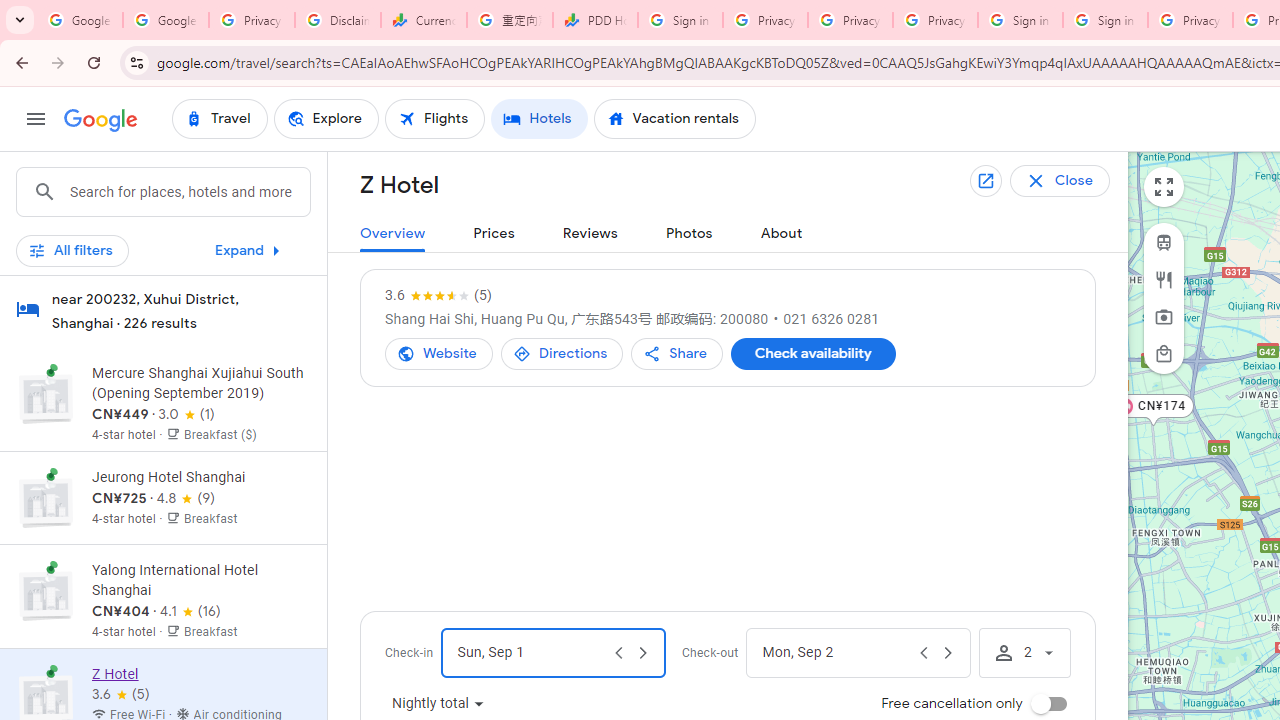  What do you see at coordinates (1020, 20) in the screenshot?
I see `'Sign in - Google Accounts'` at bounding box center [1020, 20].